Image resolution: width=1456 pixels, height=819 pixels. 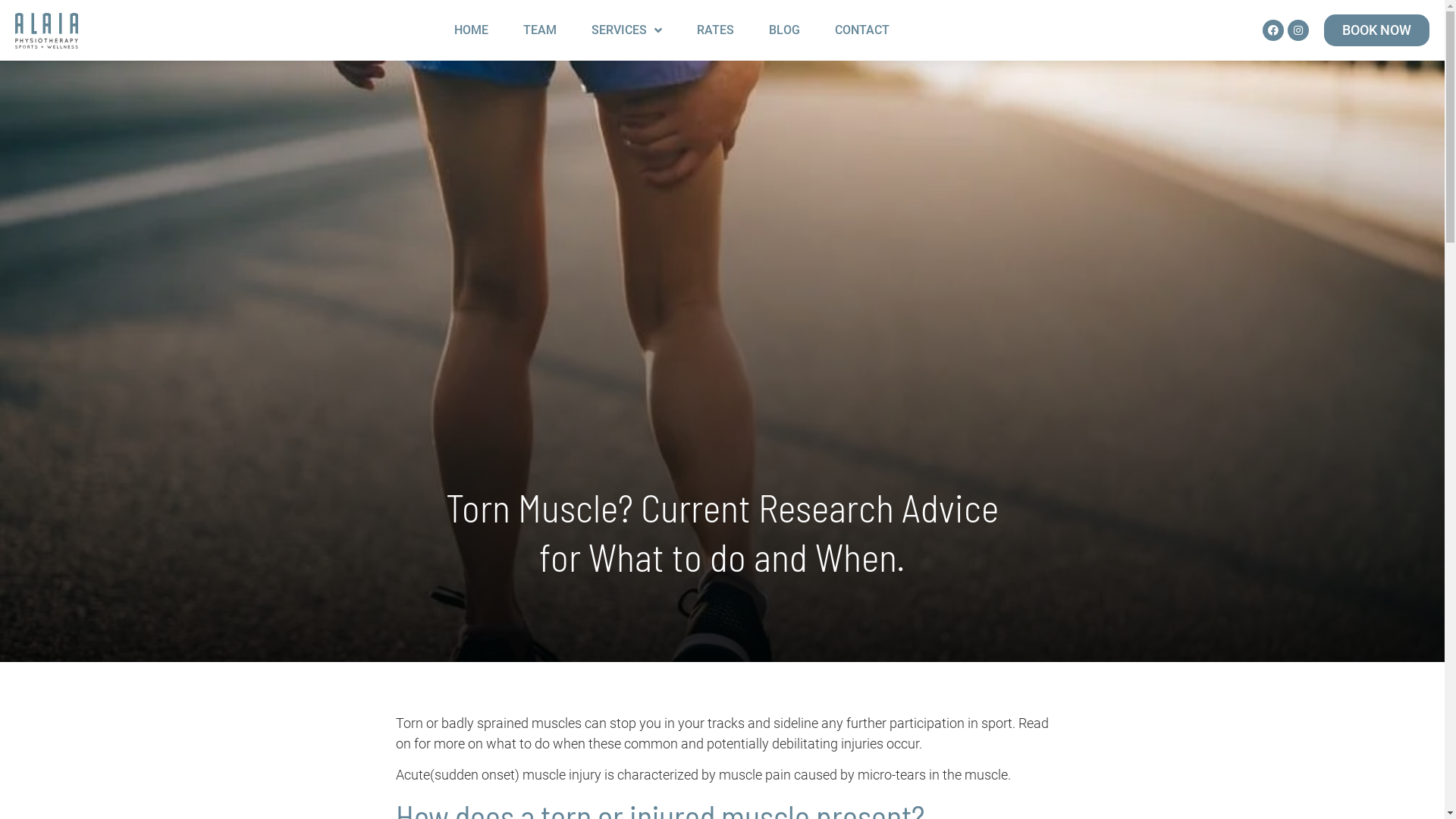 What do you see at coordinates (753, 30) in the screenshot?
I see `'BLOG'` at bounding box center [753, 30].